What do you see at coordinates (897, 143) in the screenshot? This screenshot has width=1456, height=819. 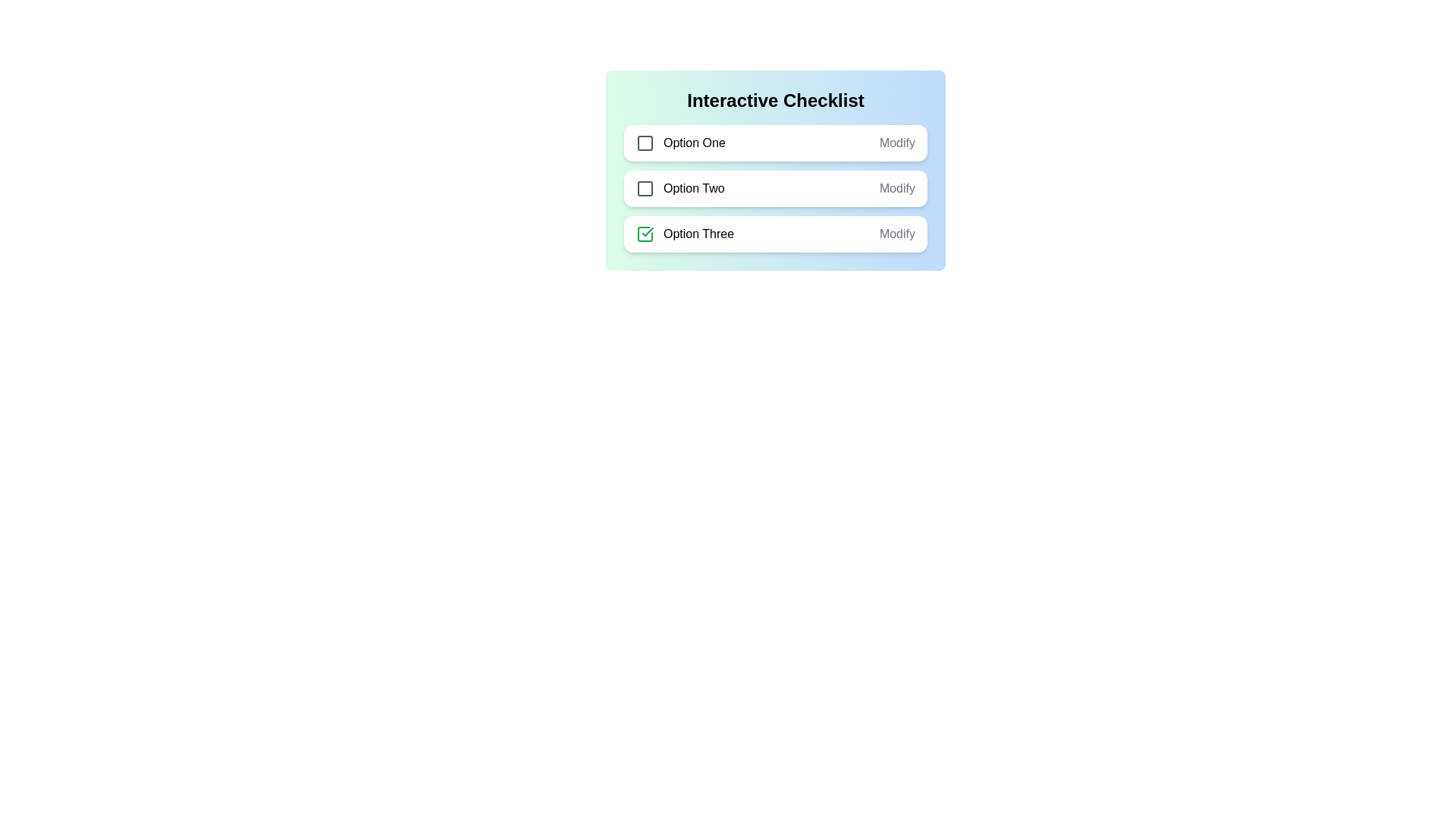 I see `the 'Modify' label next to Option One` at bounding box center [897, 143].